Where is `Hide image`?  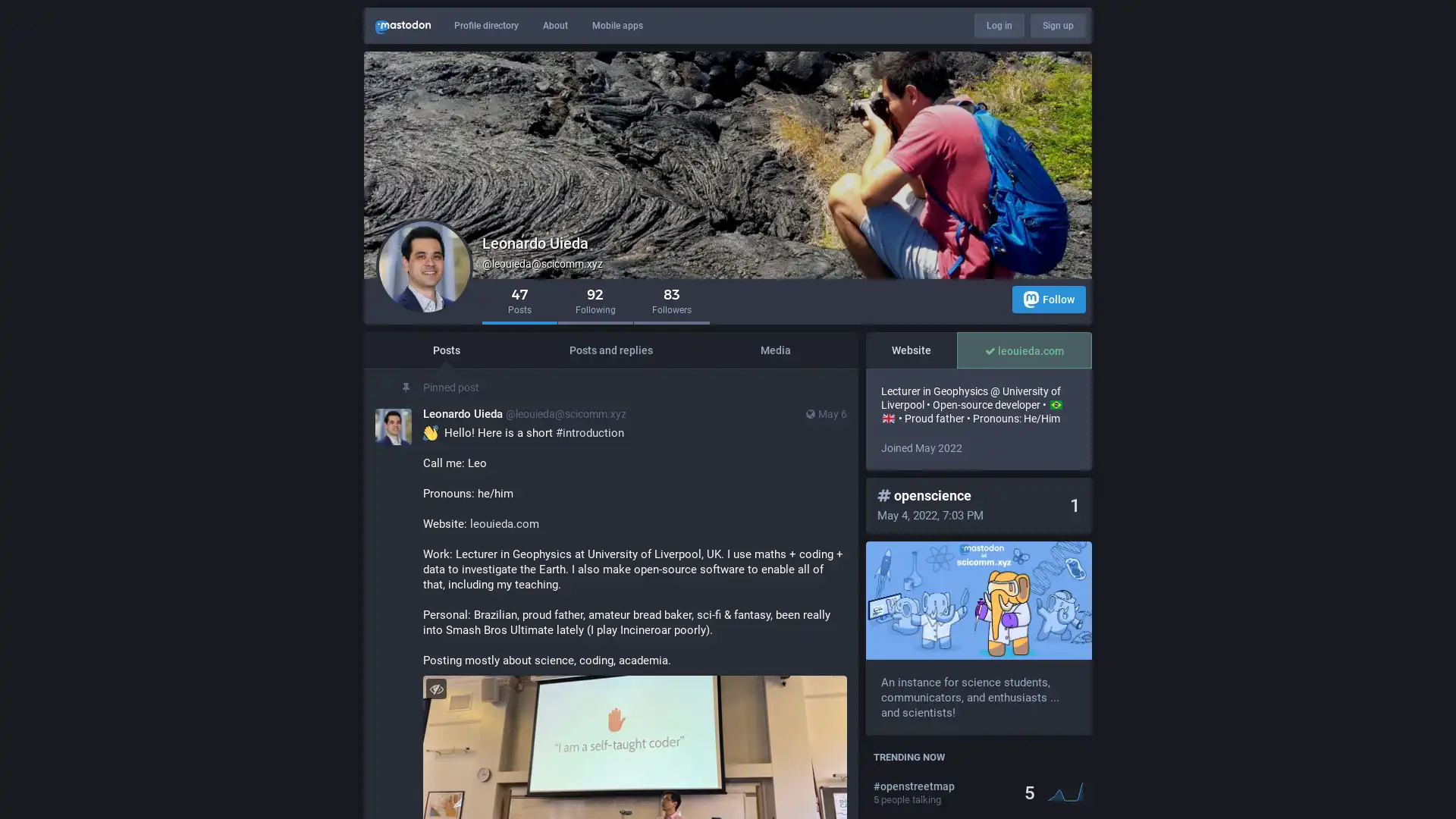 Hide image is located at coordinates (435, 689).